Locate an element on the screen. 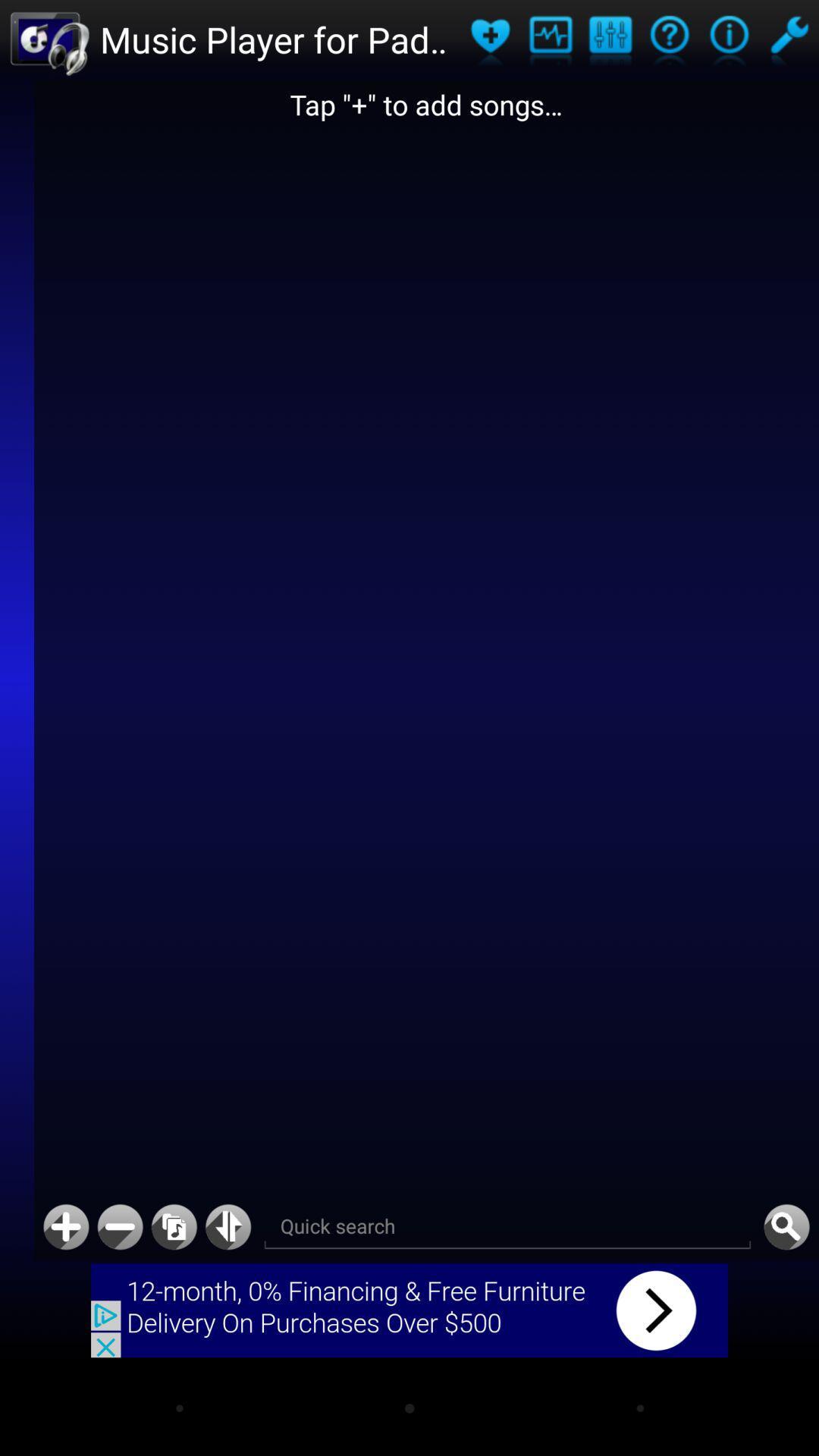 The image size is (819, 1456). advertisement banner is located at coordinates (409, 1310).